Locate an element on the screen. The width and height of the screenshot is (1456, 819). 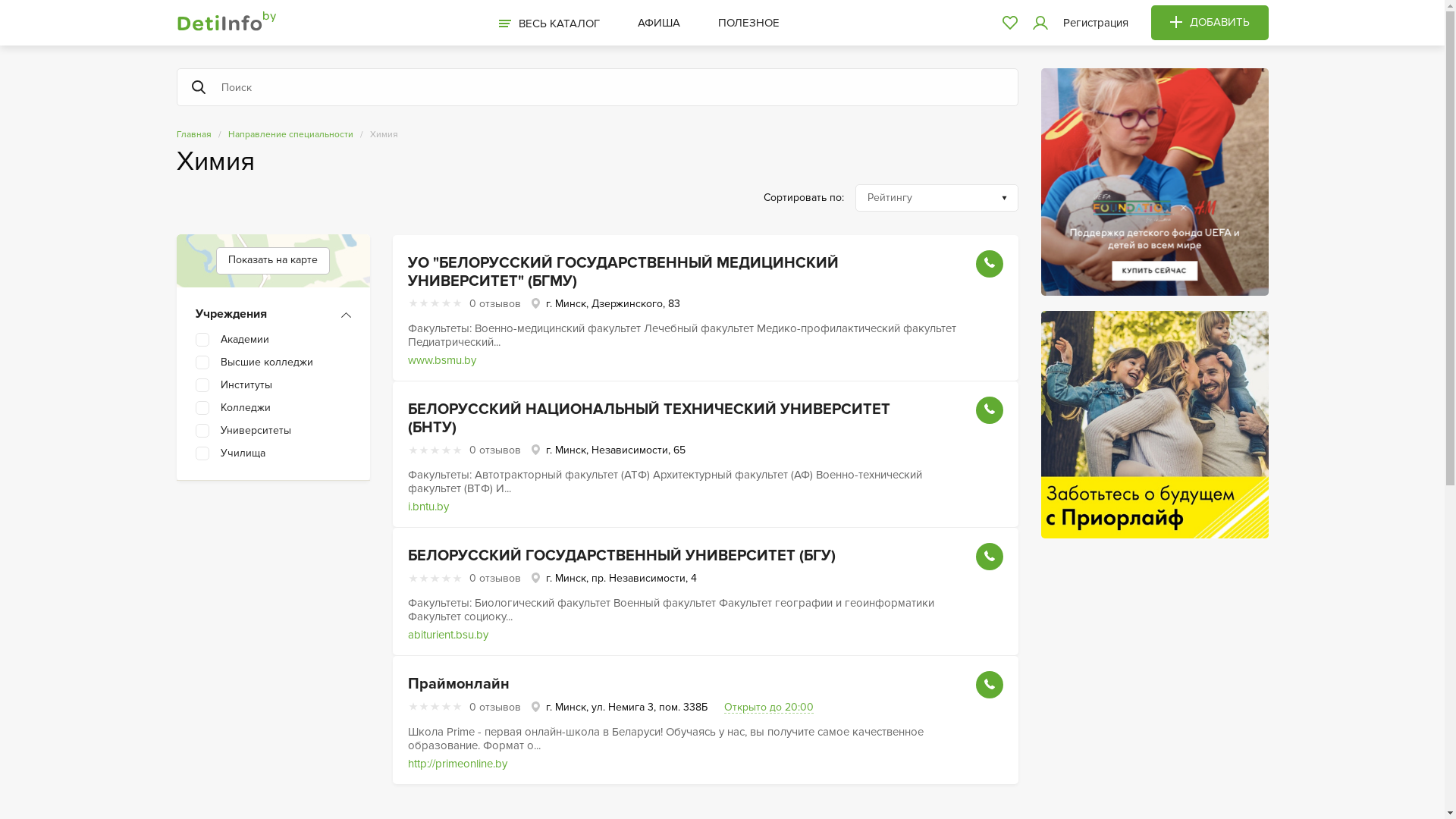
'www.bsmu.by' is located at coordinates (441, 360).